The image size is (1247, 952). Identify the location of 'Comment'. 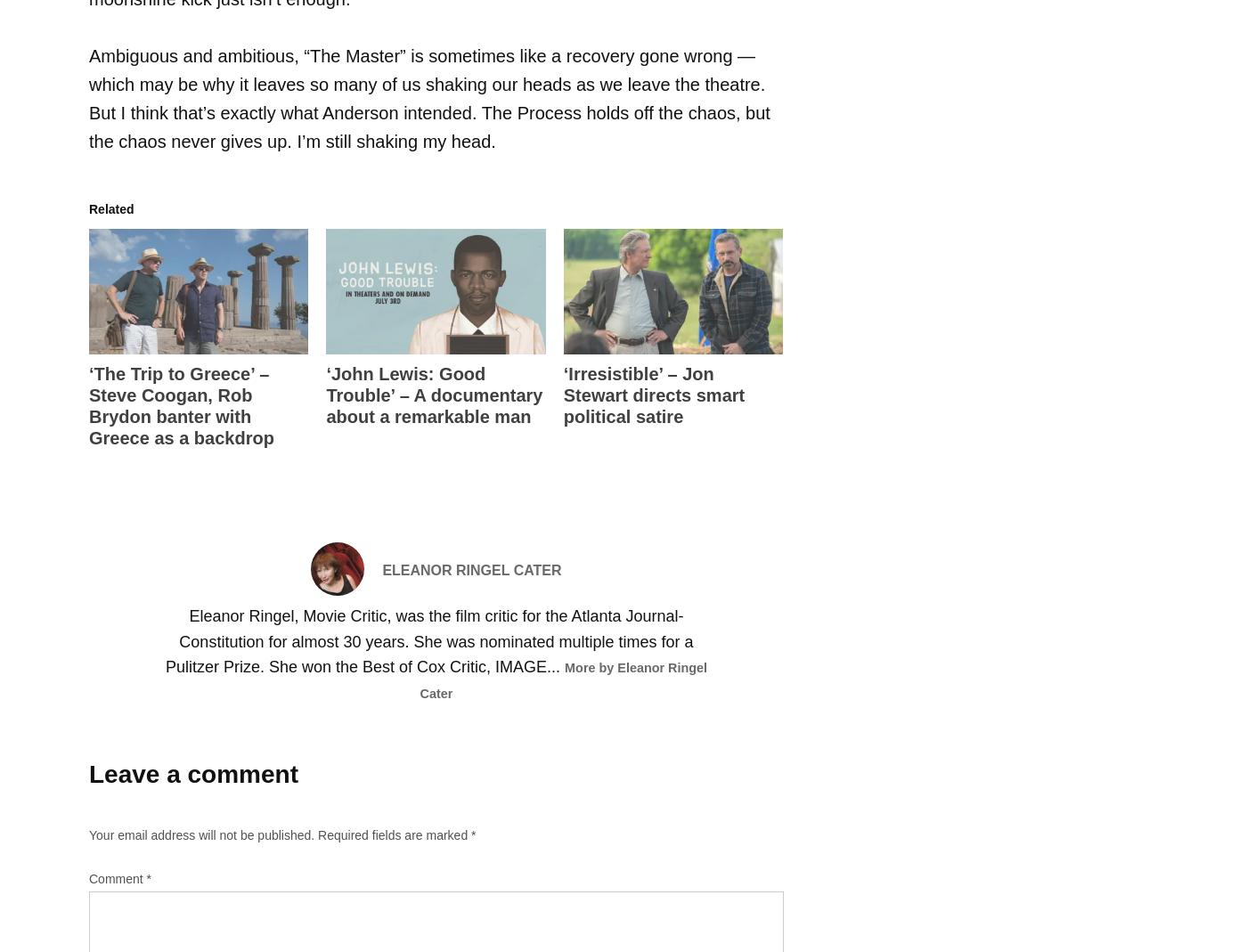
(118, 879).